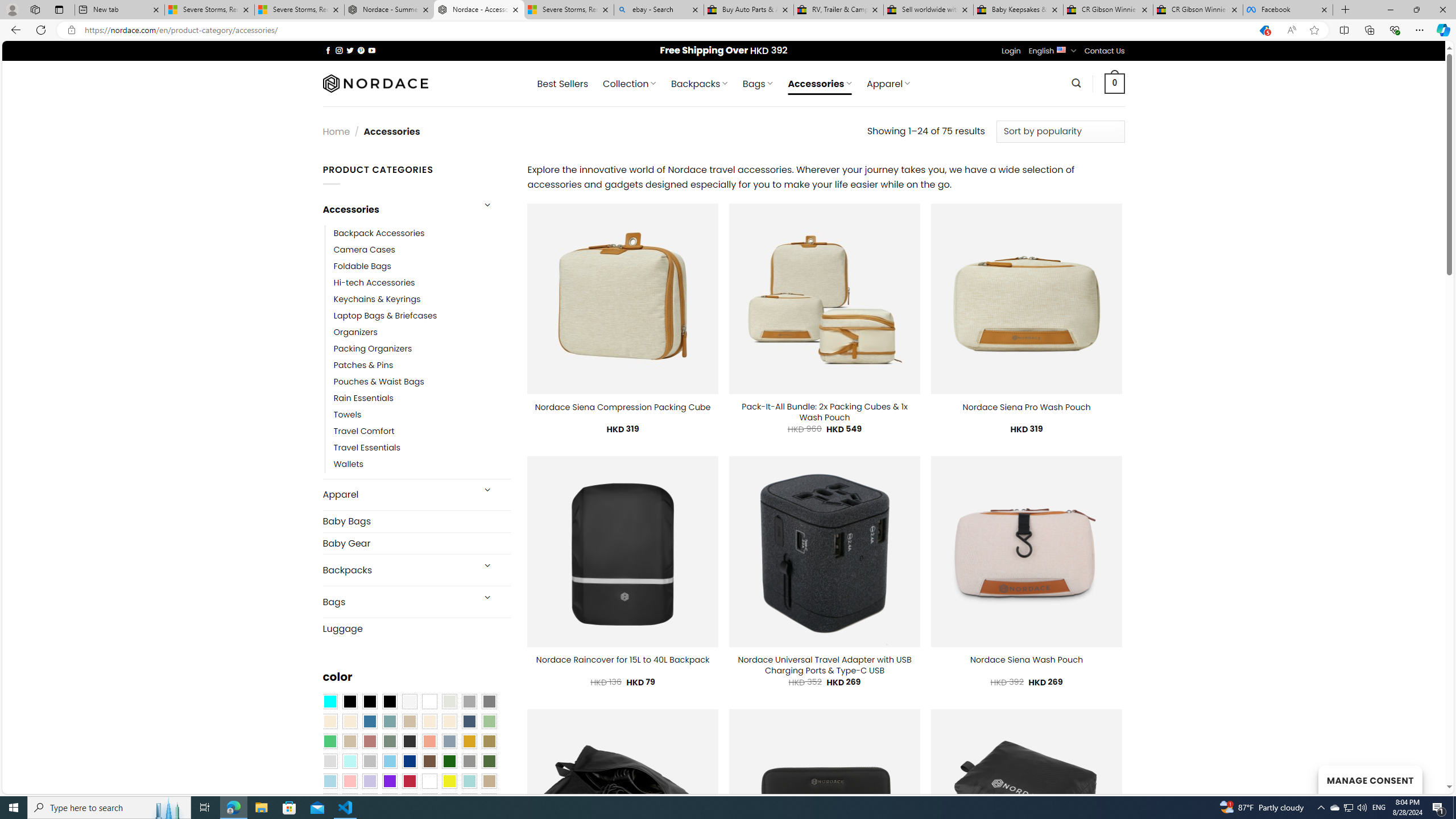 This screenshot has width=1456, height=819. What do you see at coordinates (468, 741) in the screenshot?
I see `'Gold'` at bounding box center [468, 741].